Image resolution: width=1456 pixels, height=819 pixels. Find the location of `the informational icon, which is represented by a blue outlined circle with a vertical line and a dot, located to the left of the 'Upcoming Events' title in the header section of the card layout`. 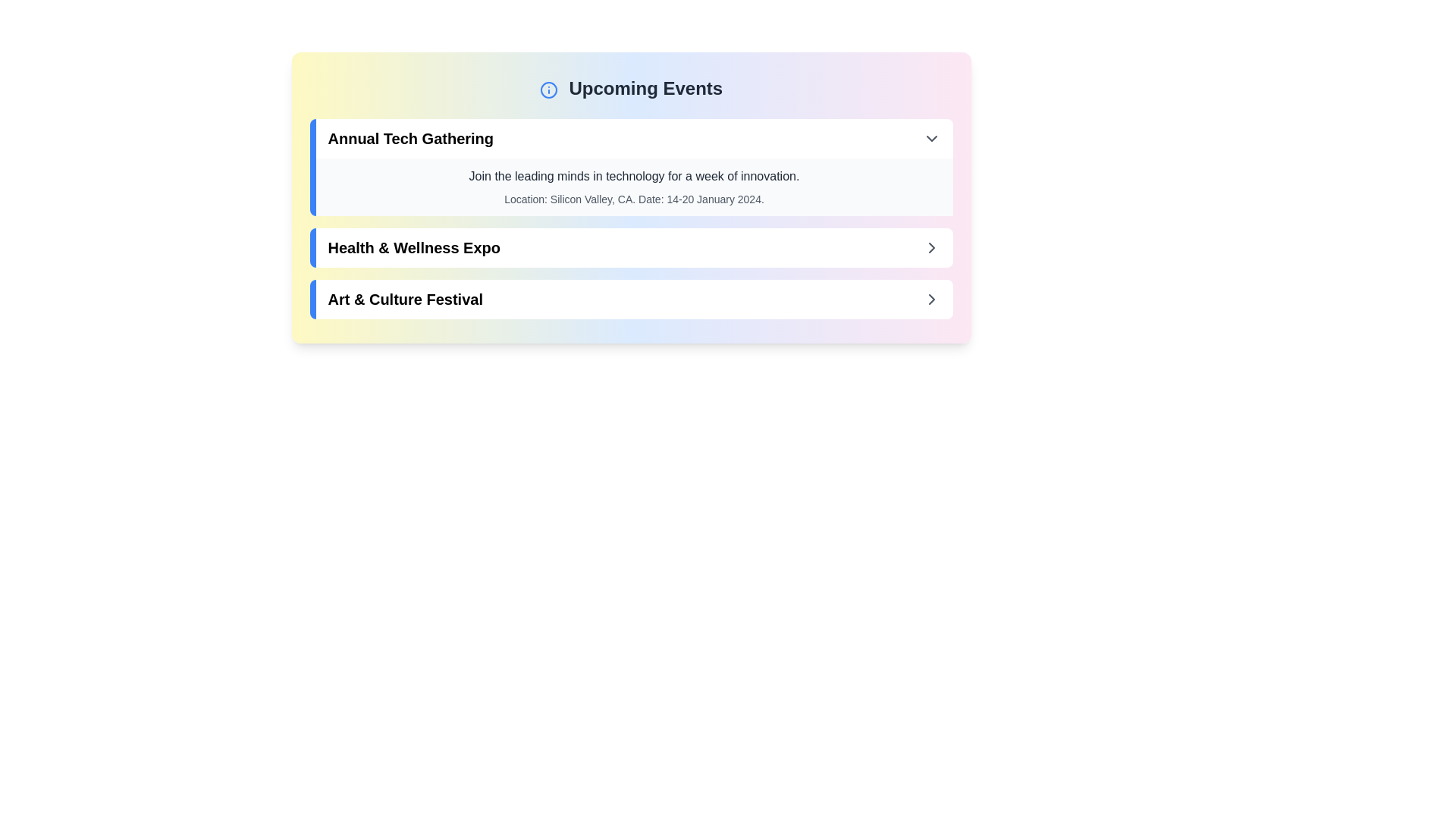

the informational icon, which is represented by a blue outlined circle with a vertical line and a dot, located to the left of the 'Upcoming Events' title in the header section of the card layout is located at coordinates (548, 89).